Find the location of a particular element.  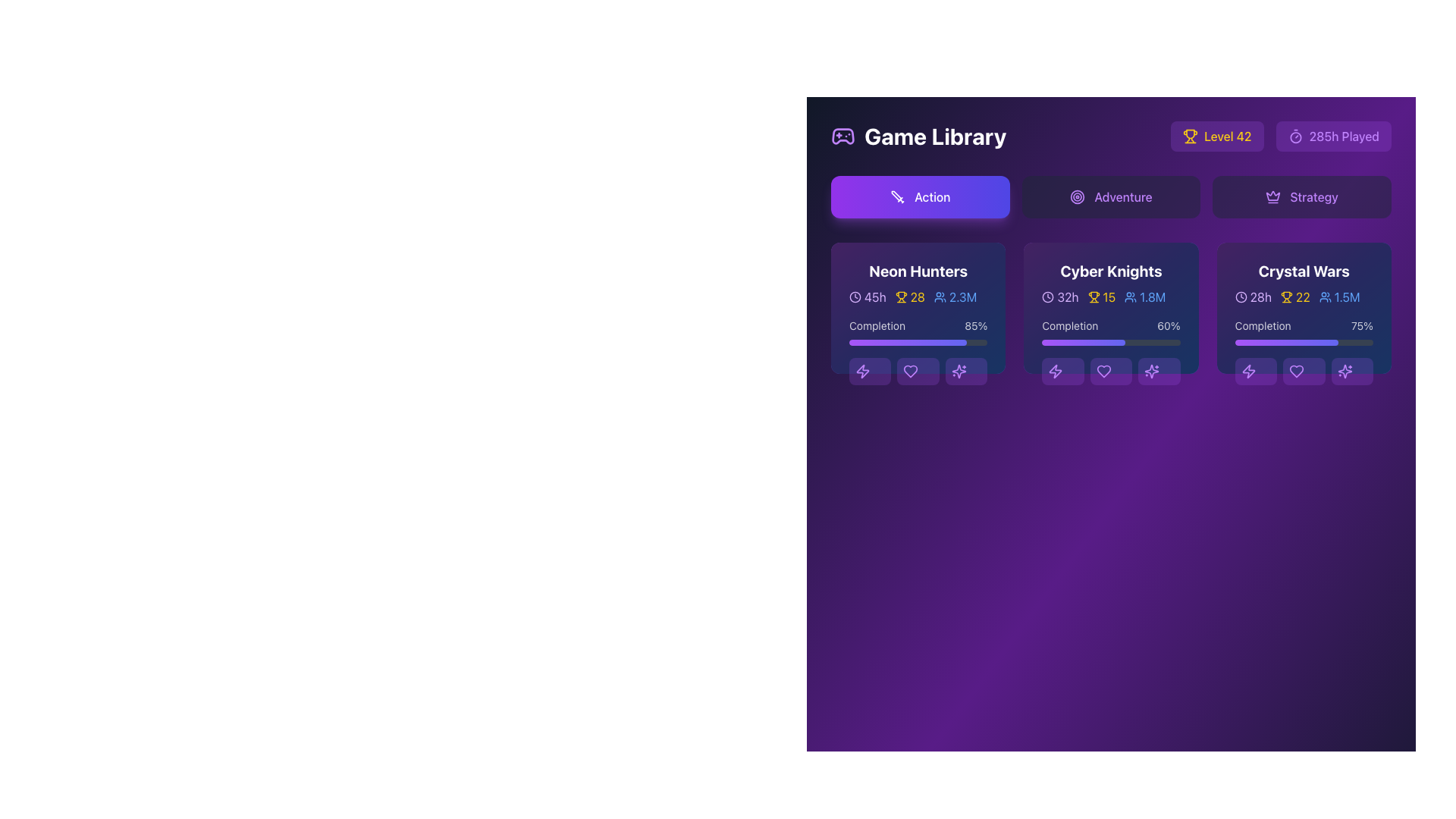

the leftmost button in the row of three buttons at the bottom of the 'Crystal Wars' card is located at coordinates (1256, 371).